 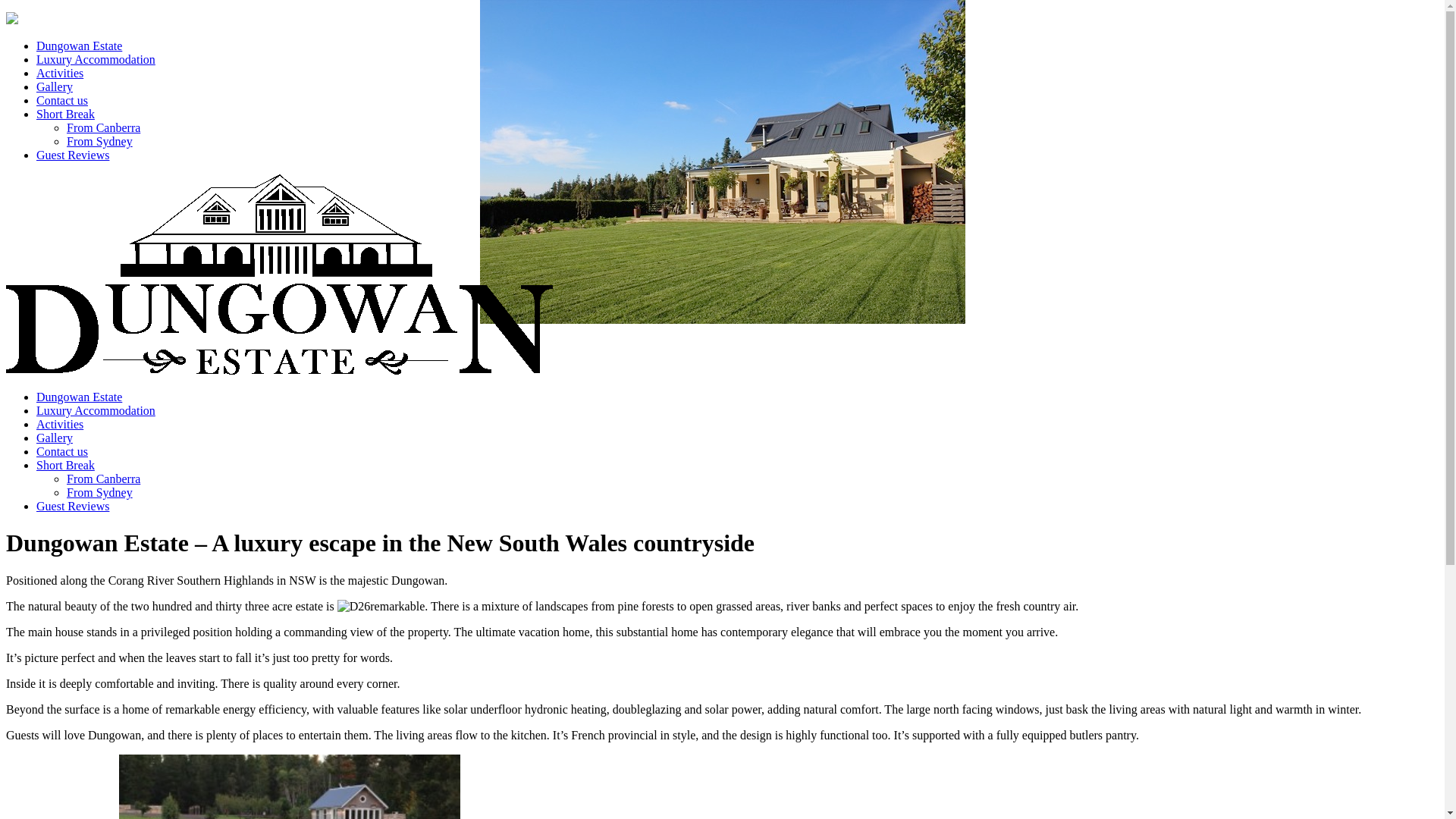 I want to click on 'Luxury Accommodation', so click(x=36, y=58).